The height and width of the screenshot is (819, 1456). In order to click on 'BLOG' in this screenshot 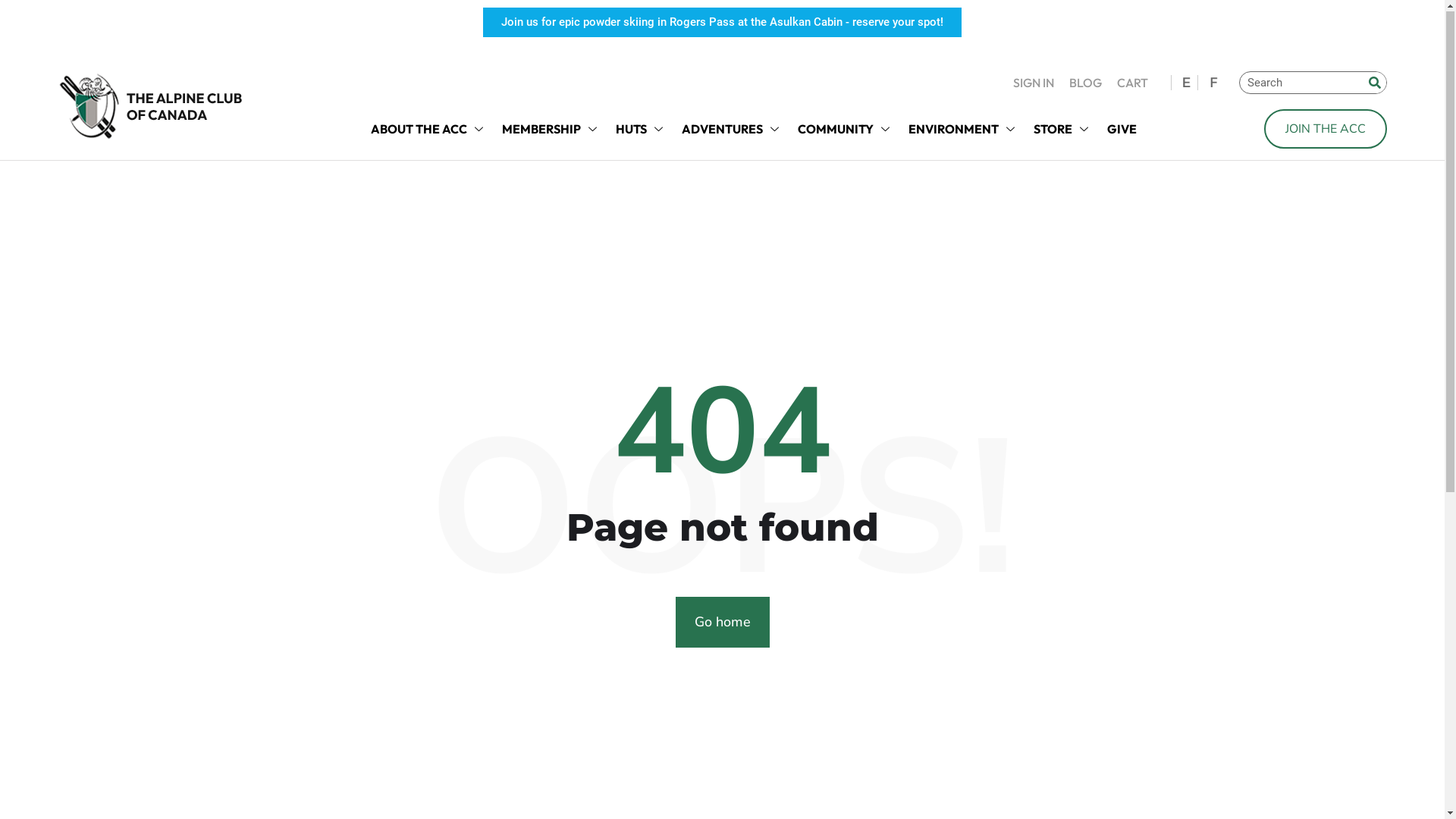, I will do `click(1084, 83)`.